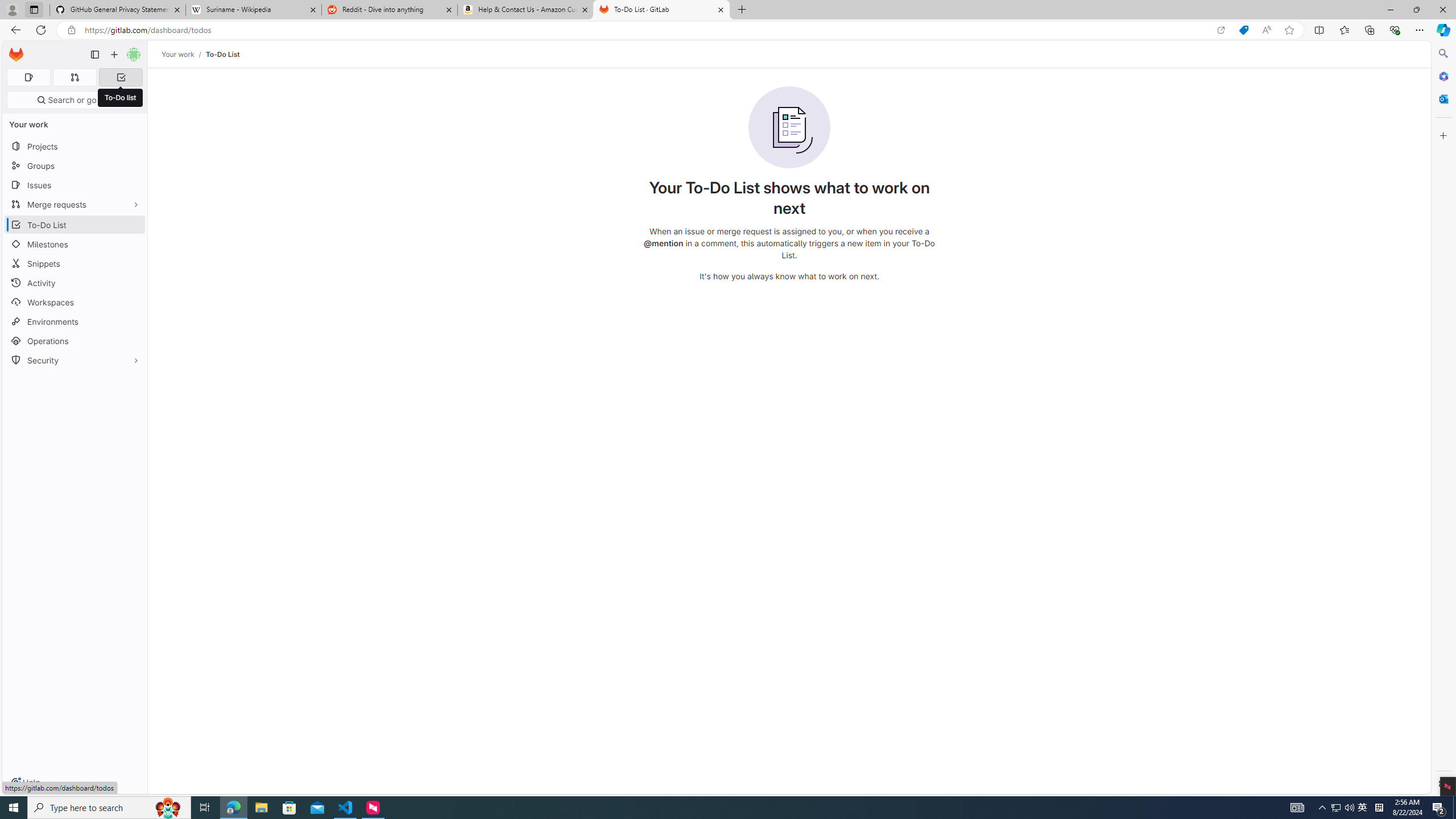  What do you see at coordinates (74, 166) in the screenshot?
I see `'Groups'` at bounding box center [74, 166].